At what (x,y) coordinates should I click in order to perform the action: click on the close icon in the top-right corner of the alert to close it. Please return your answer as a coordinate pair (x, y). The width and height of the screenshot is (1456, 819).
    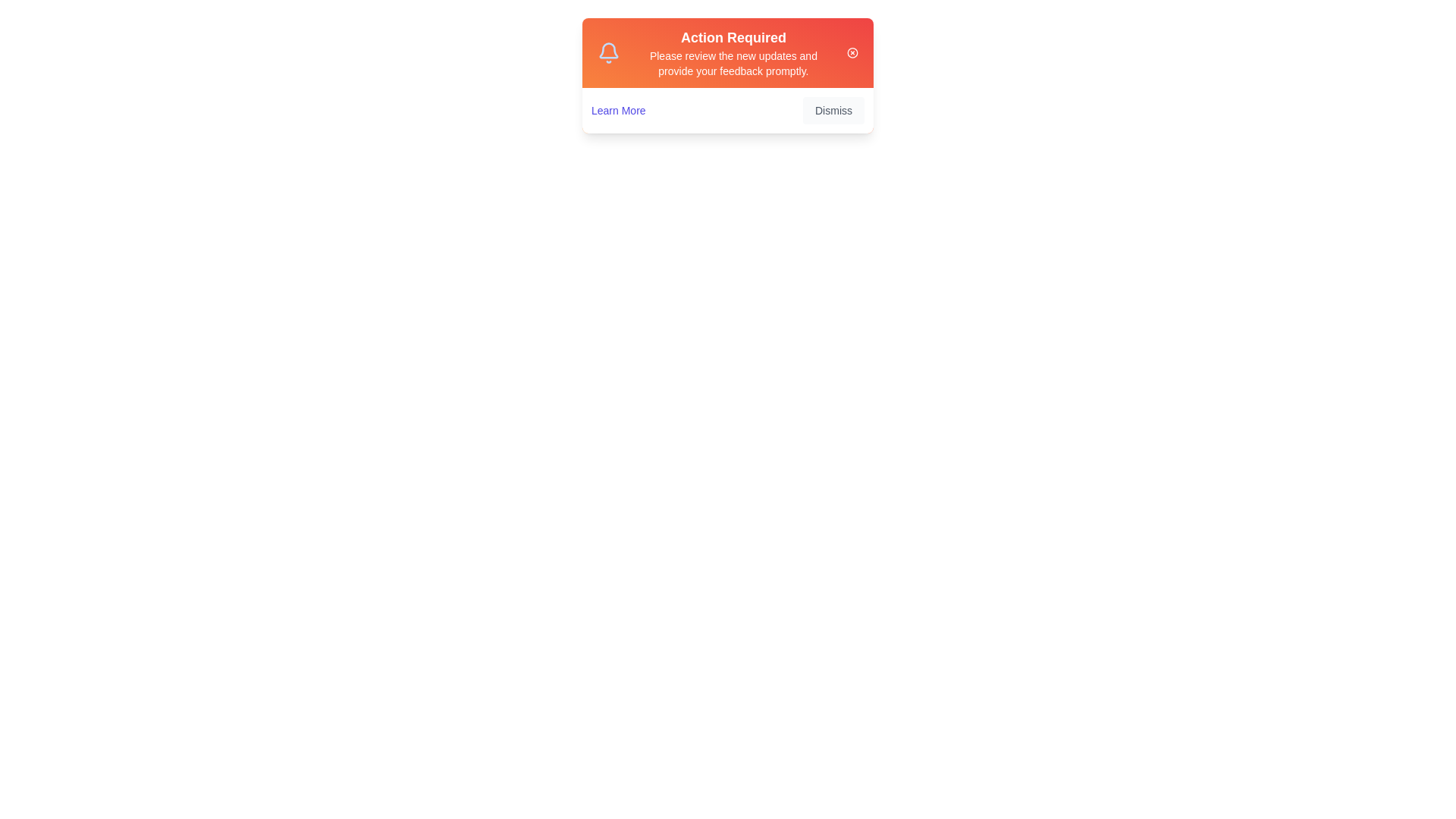
    Looking at the image, I should click on (852, 52).